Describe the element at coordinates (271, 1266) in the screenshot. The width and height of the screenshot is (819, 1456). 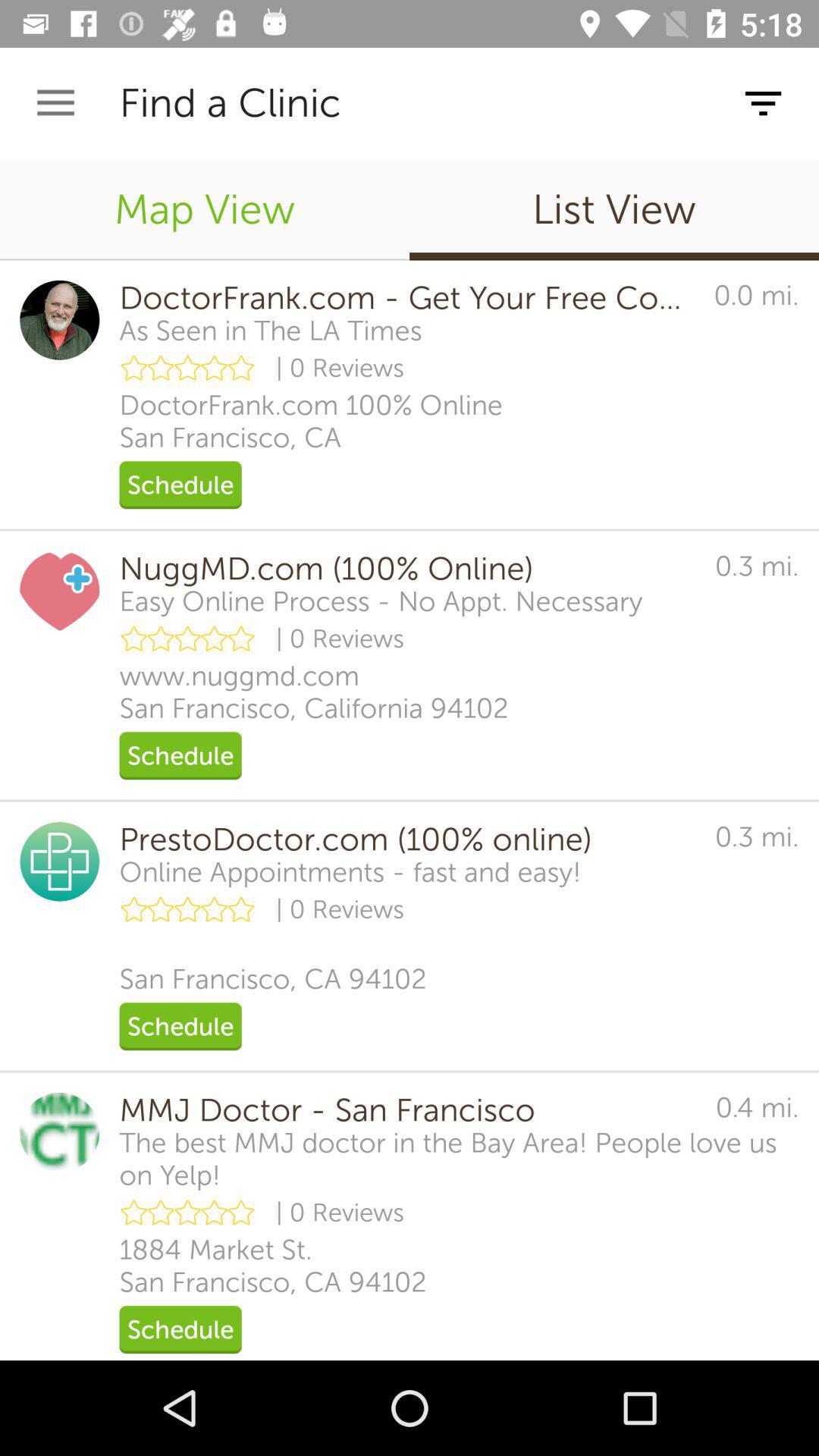
I see `1884 market st` at that location.